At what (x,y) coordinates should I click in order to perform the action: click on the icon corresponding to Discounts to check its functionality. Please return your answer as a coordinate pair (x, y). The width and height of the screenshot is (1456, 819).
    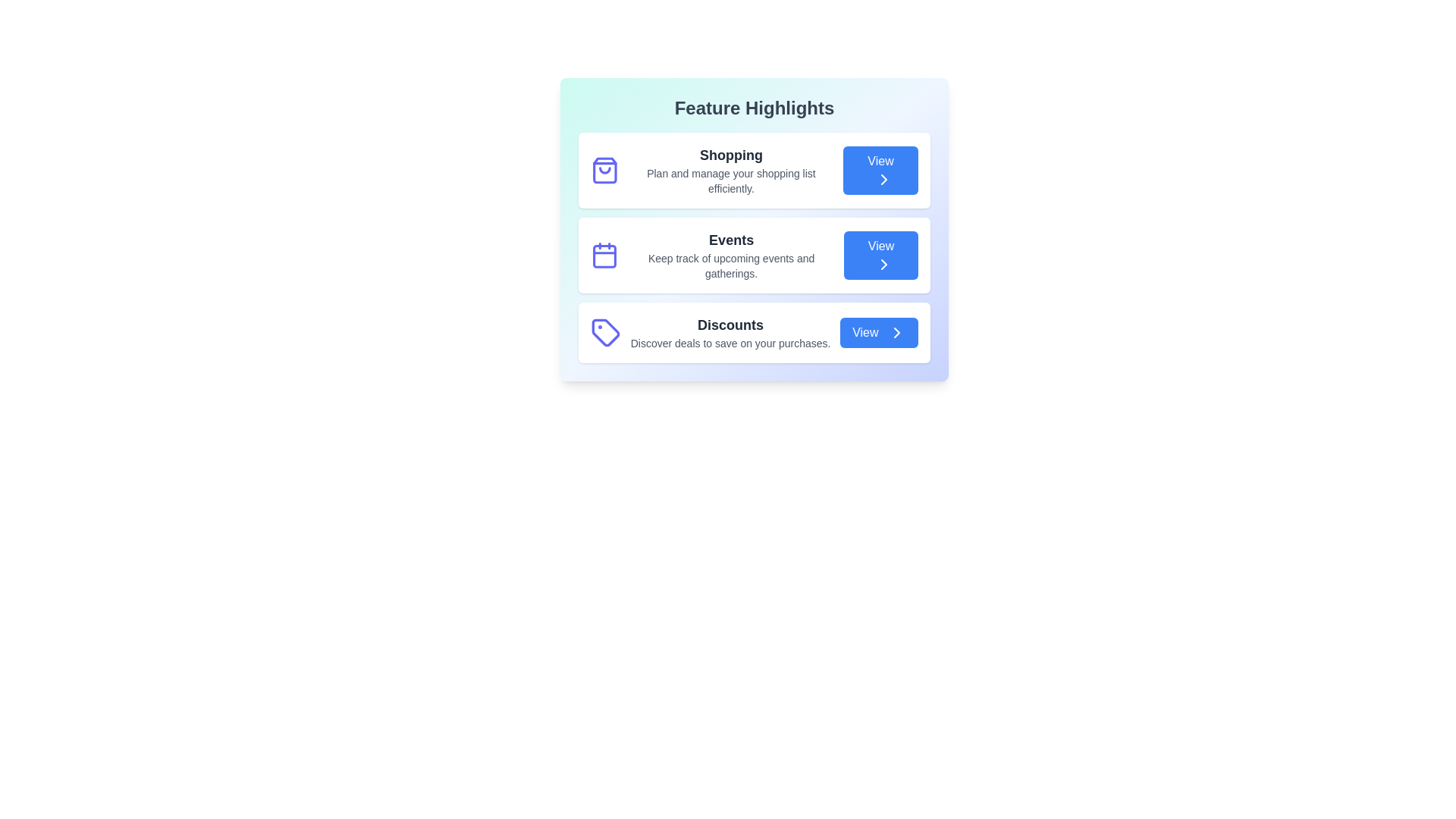
    Looking at the image, I should click on (604, 332).